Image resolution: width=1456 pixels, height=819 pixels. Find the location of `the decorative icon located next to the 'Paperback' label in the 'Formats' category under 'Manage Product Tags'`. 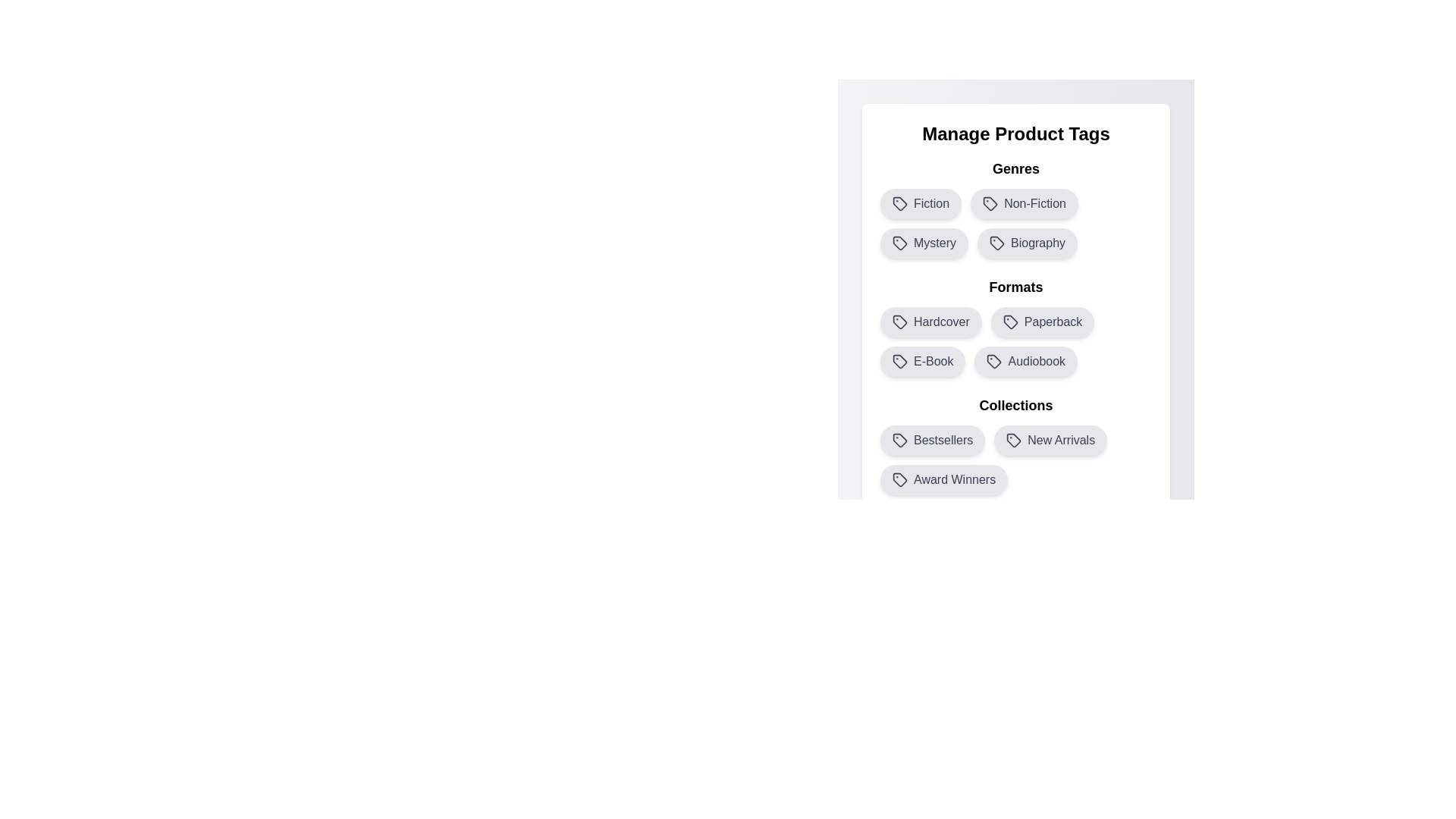

the decorative icon located next to the 'Paperback' label in the 'Formats' category under 'Manage Product Tags' is located at coordinates (1010, 321).